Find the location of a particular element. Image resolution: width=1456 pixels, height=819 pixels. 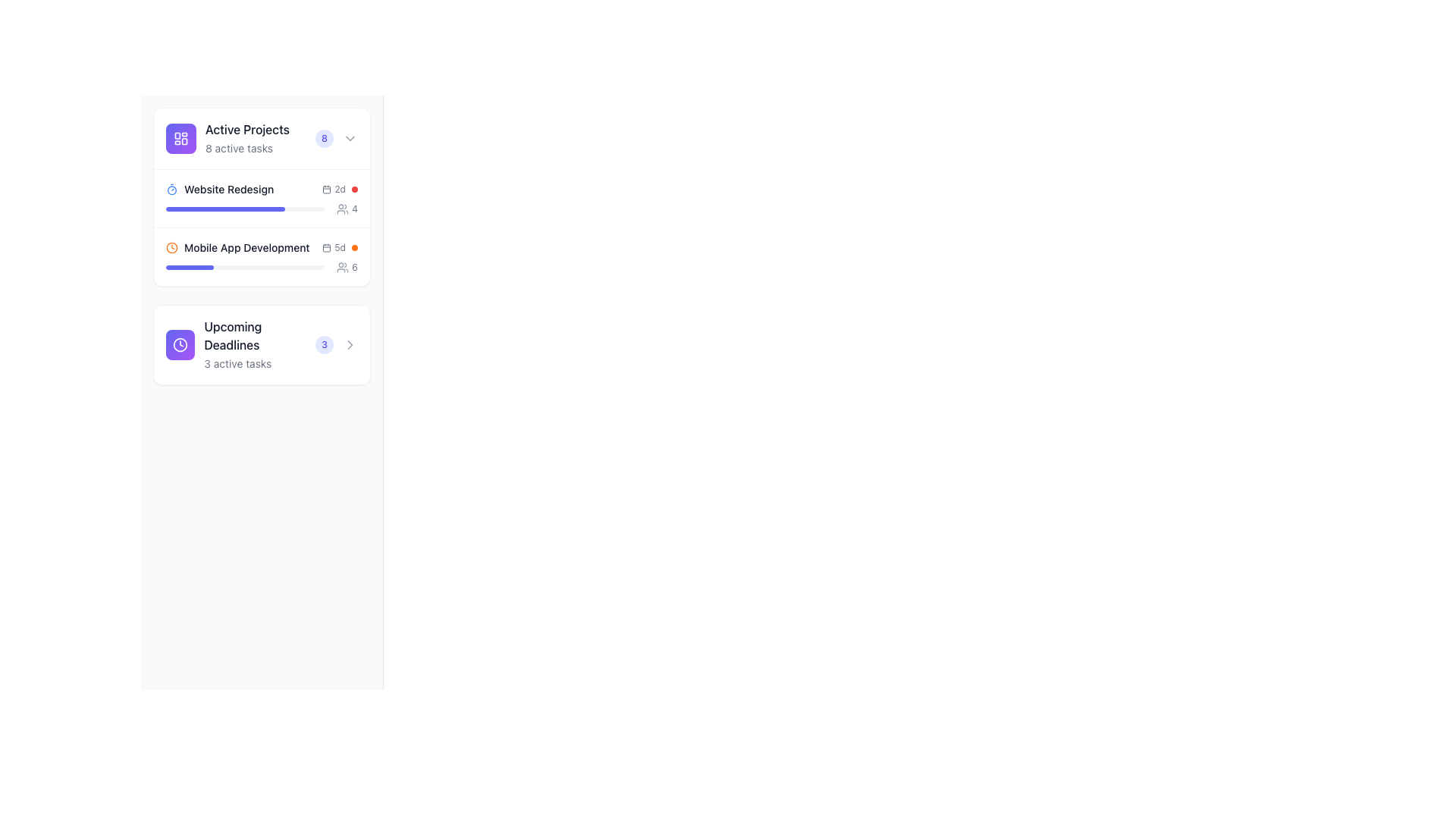

the calendar icon located to the left of the text '2d', which features a square outline with rounded edges and a horizontal line at the top is located at coordinates (326, 189).